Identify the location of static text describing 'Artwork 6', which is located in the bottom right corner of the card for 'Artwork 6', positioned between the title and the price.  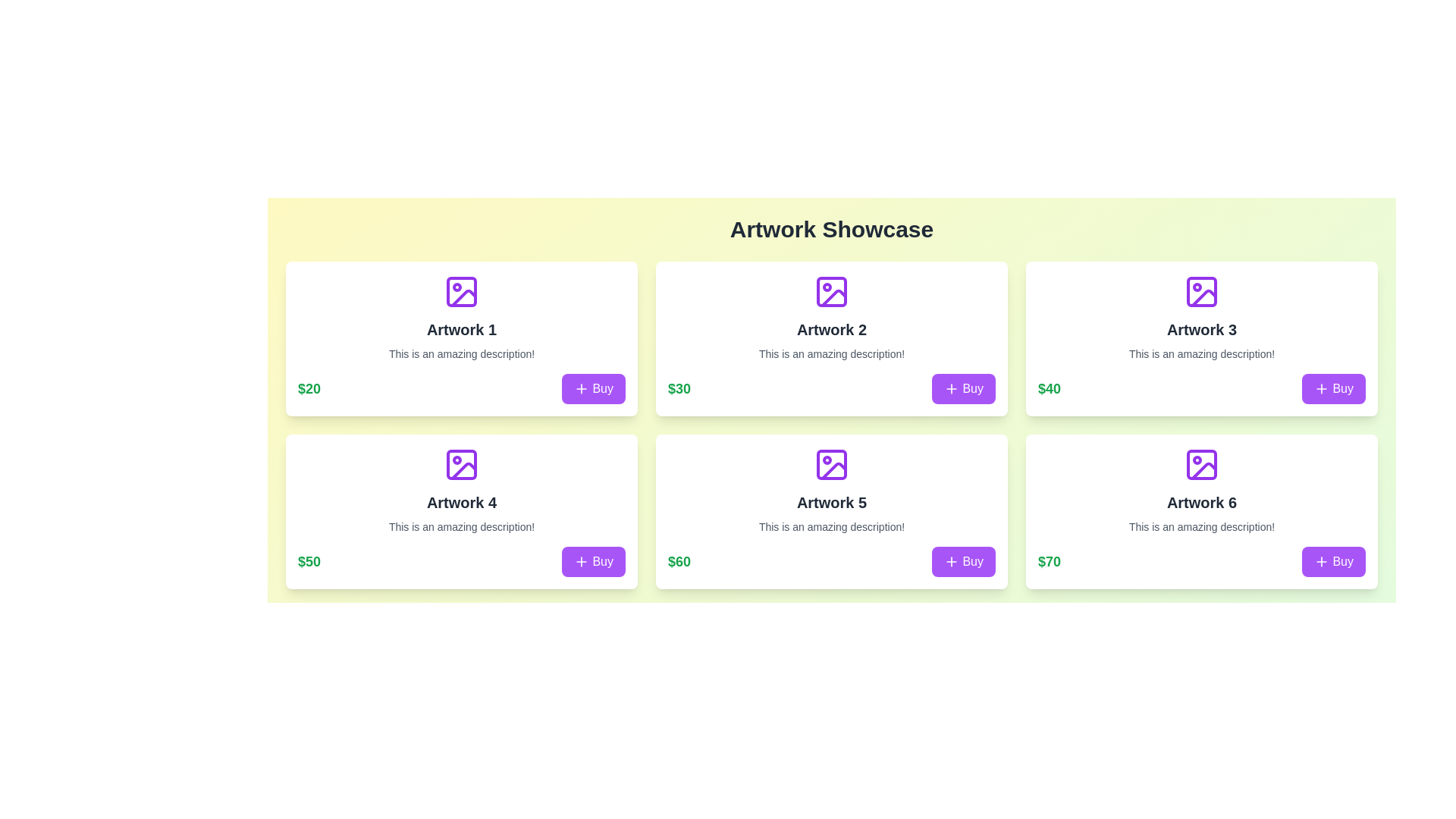
(1200, 526).